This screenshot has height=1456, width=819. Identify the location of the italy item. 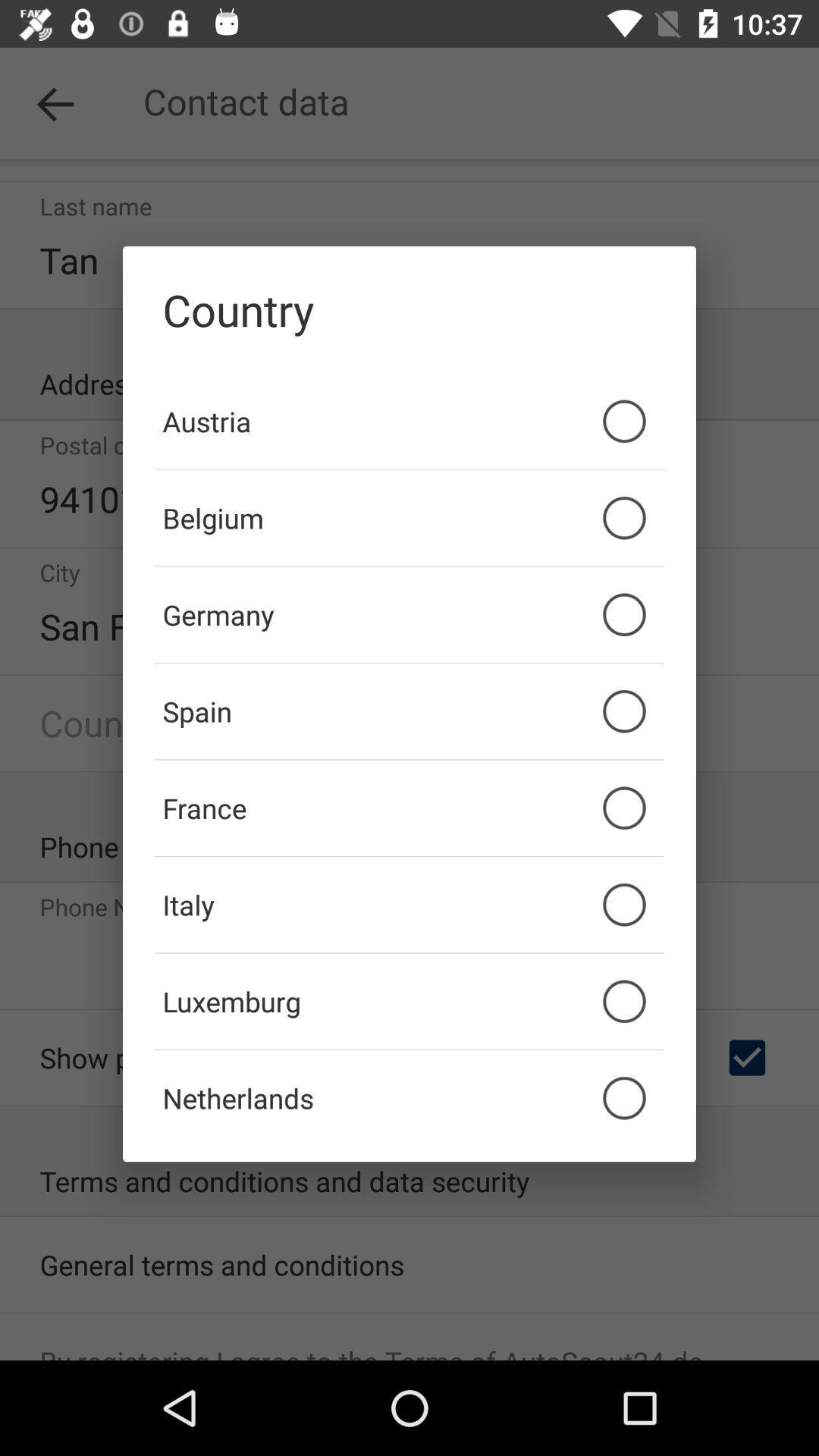
(409, 905).